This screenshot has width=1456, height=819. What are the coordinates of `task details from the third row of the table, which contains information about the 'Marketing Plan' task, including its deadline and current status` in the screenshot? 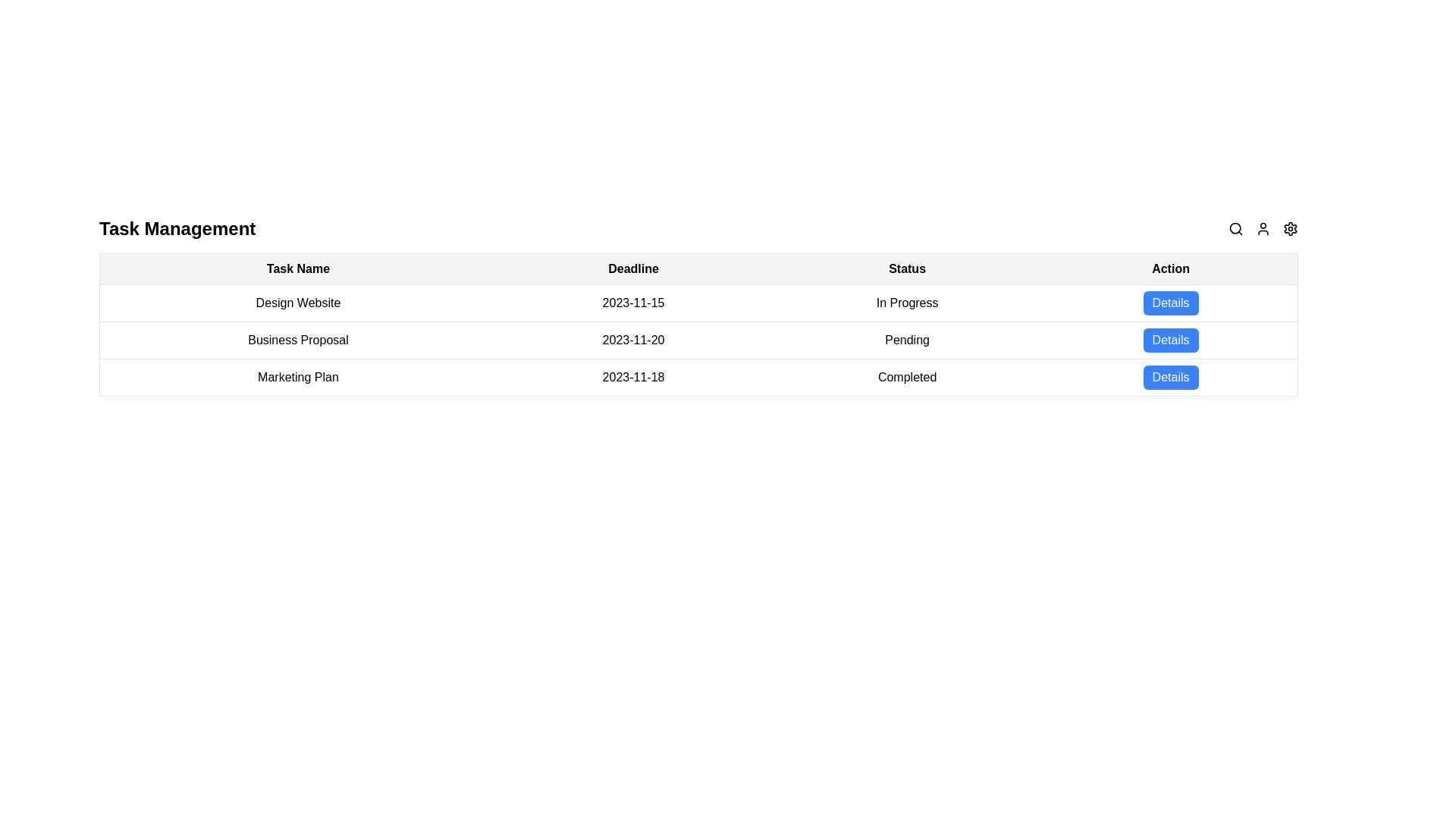 It's located at (698, 376).